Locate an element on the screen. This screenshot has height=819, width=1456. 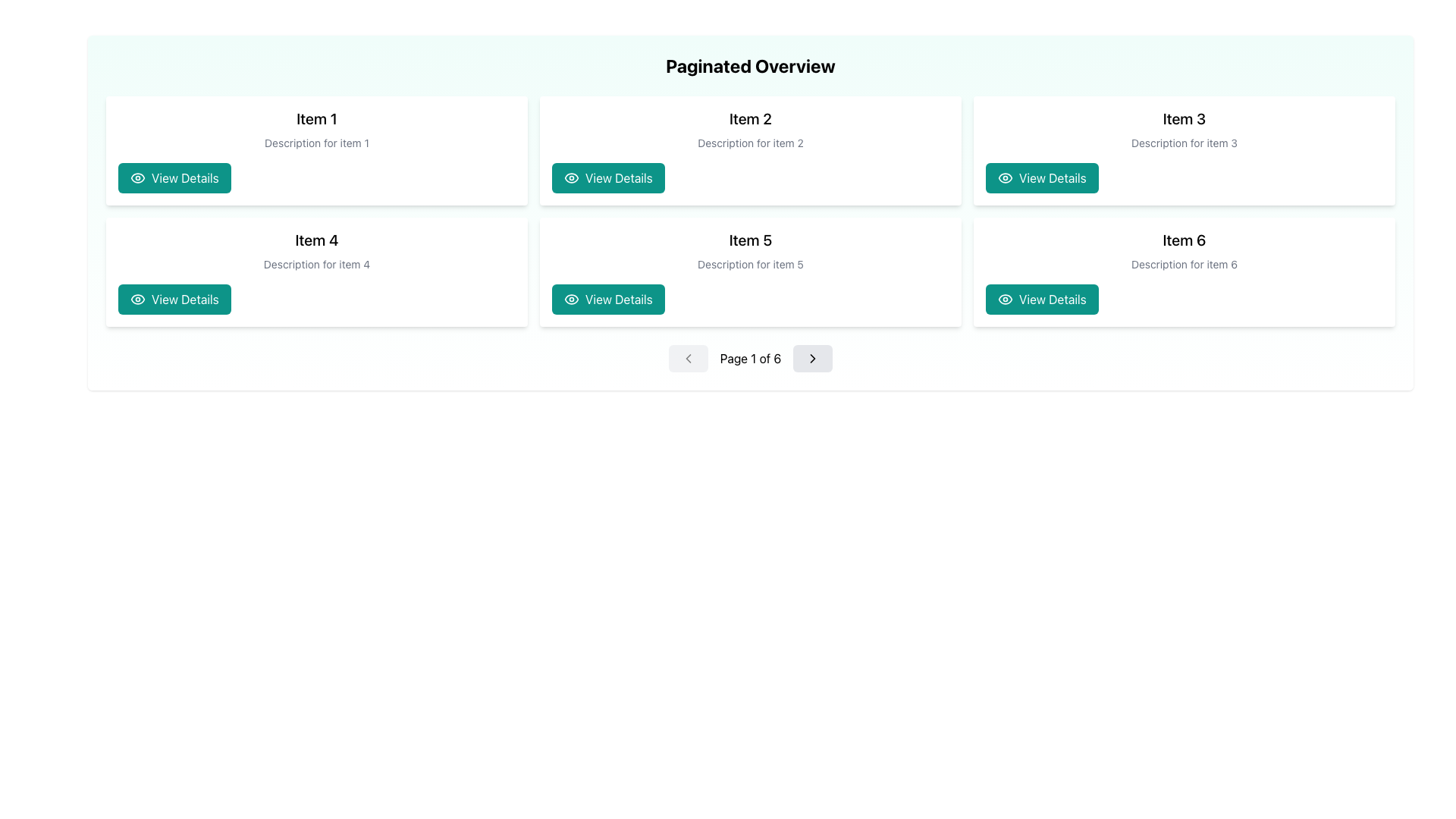
the text label 'Item 4' which is styled with a large and bold font, positioned as the prominent header in the second row and first column of the card layout is located at coordinates (315, 239).